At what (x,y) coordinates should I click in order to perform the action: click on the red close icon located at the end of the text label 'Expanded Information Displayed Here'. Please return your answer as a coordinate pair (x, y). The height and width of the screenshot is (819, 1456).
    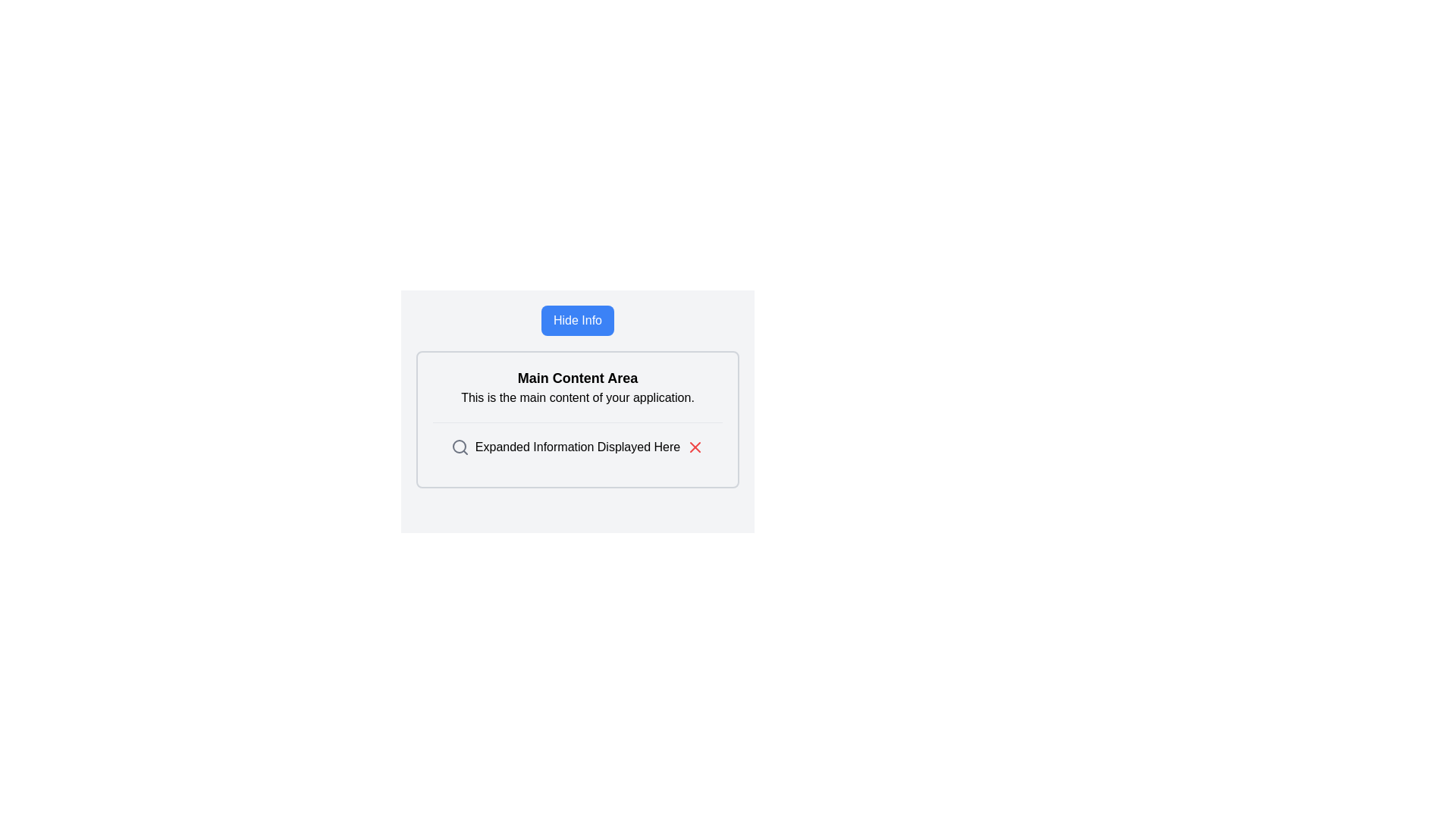
    Looking at the image, I should click on (694, 447).